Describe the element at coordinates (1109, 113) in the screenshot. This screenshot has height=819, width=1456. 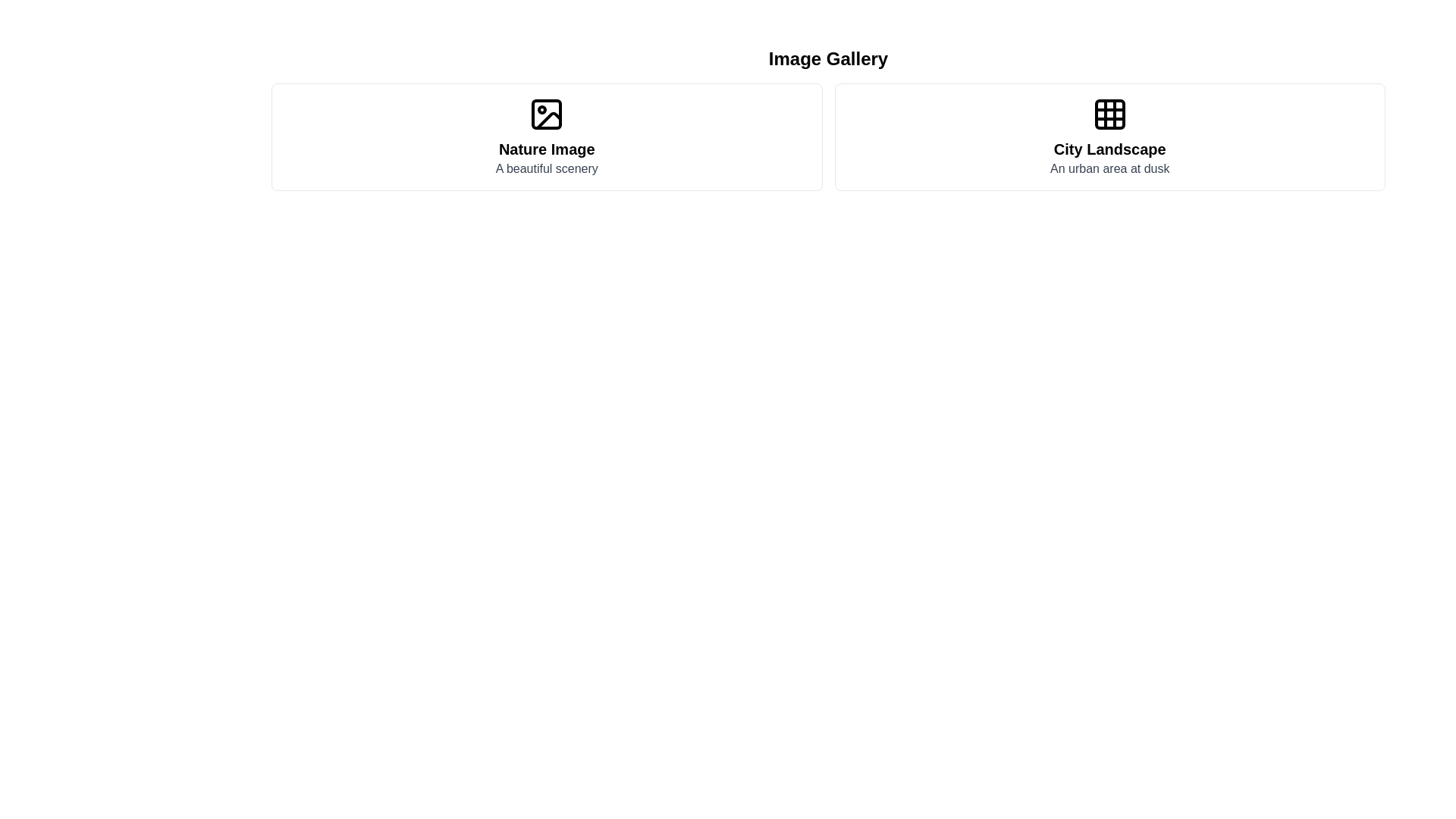
I see `the central rectangular section of the 3x3 grid icon, which is located above the 'City Landscape' label in the gallery layout` at that location.